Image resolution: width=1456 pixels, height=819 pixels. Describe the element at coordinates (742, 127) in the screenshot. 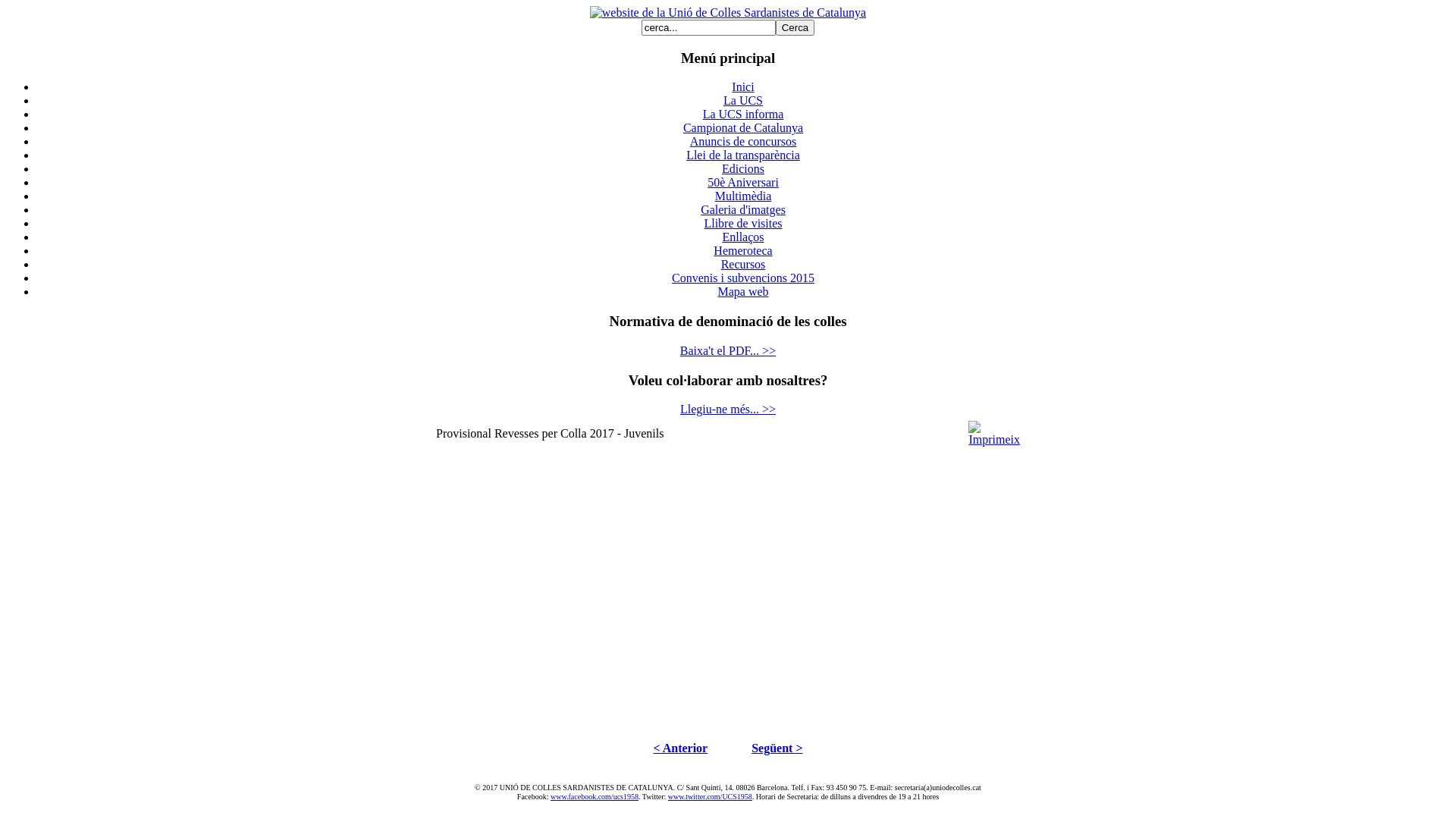

I see `'Campionat de Catalunya'` at that location.